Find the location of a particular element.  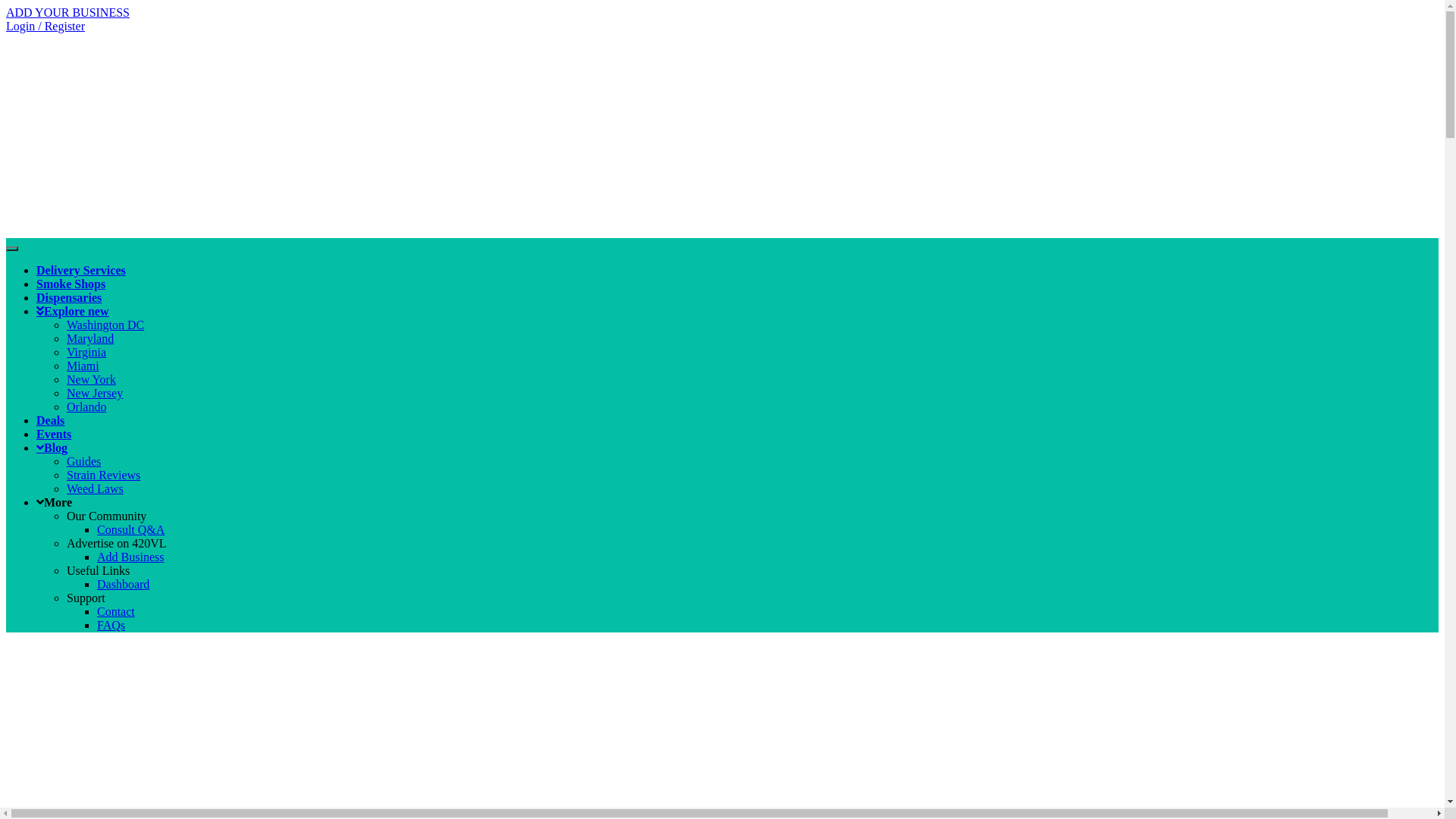

'Our Community' is located at coordinates (105, 515).